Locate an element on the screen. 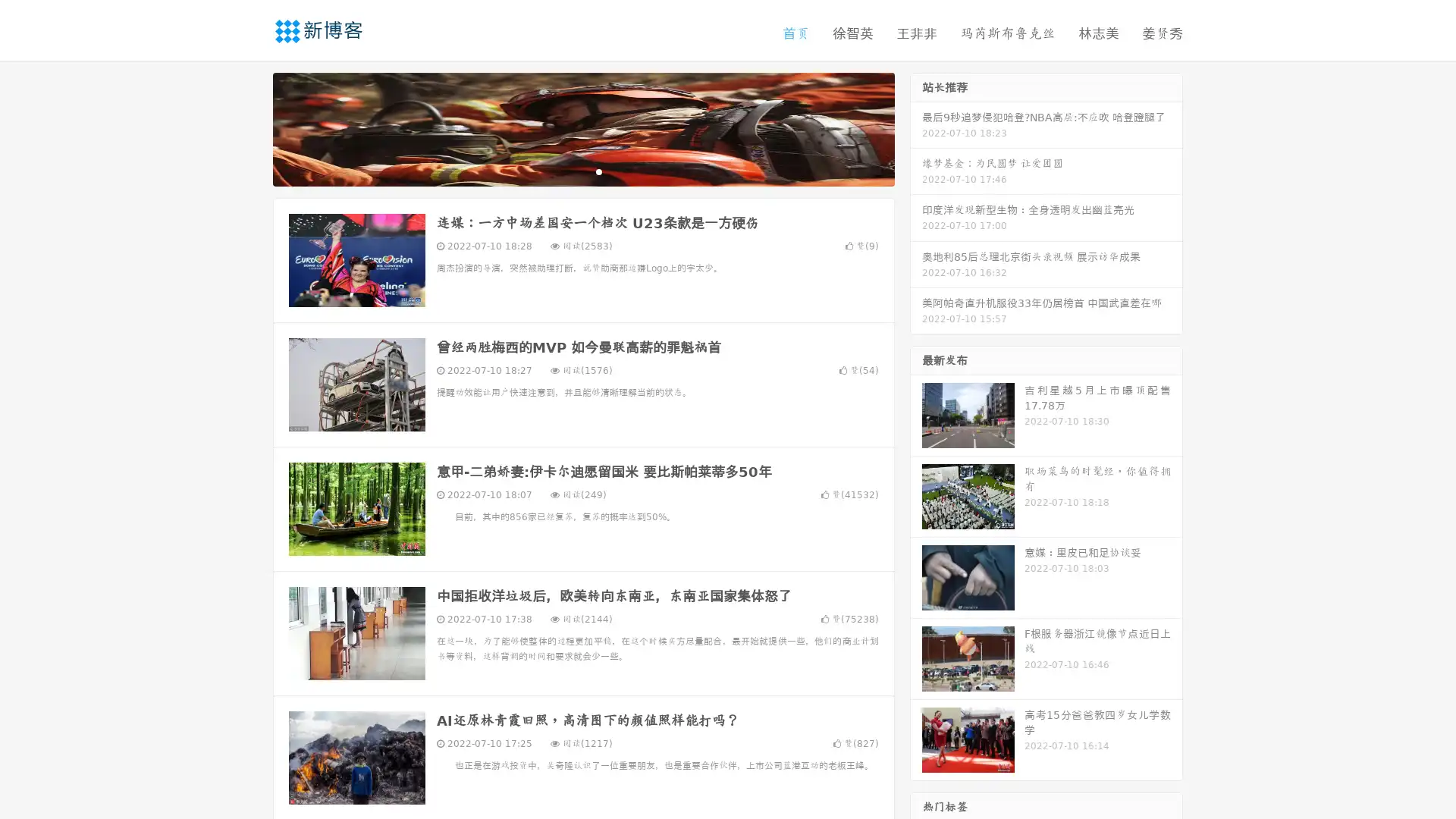  Go to slide 2 is located at coordinates (582, 171).